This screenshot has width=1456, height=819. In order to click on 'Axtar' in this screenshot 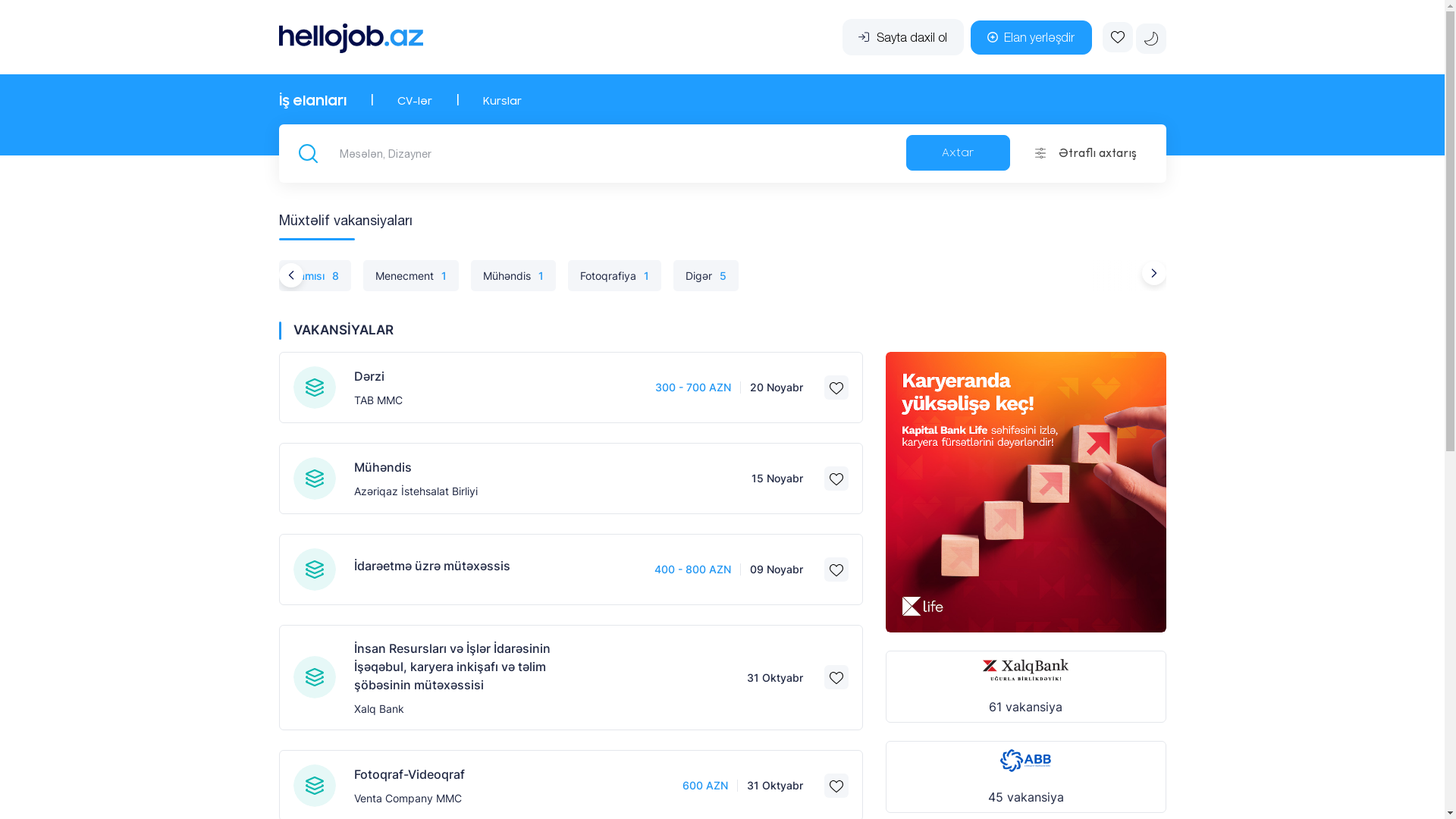, I will do `click(957, 152)`.